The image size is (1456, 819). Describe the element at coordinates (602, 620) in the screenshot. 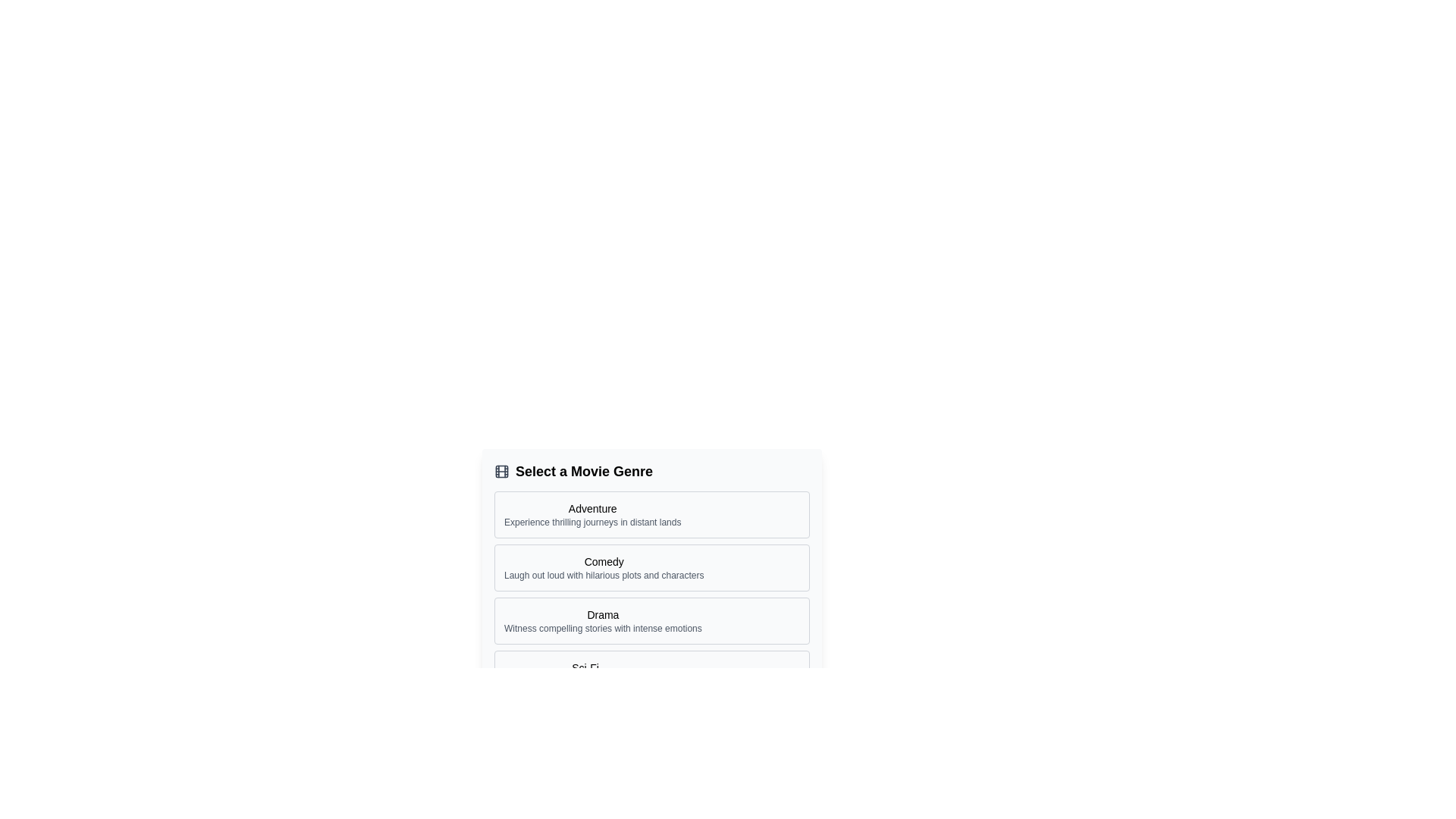

I see `the selectable item representing the 'Drama' genre in the list of movie genres` at that location.